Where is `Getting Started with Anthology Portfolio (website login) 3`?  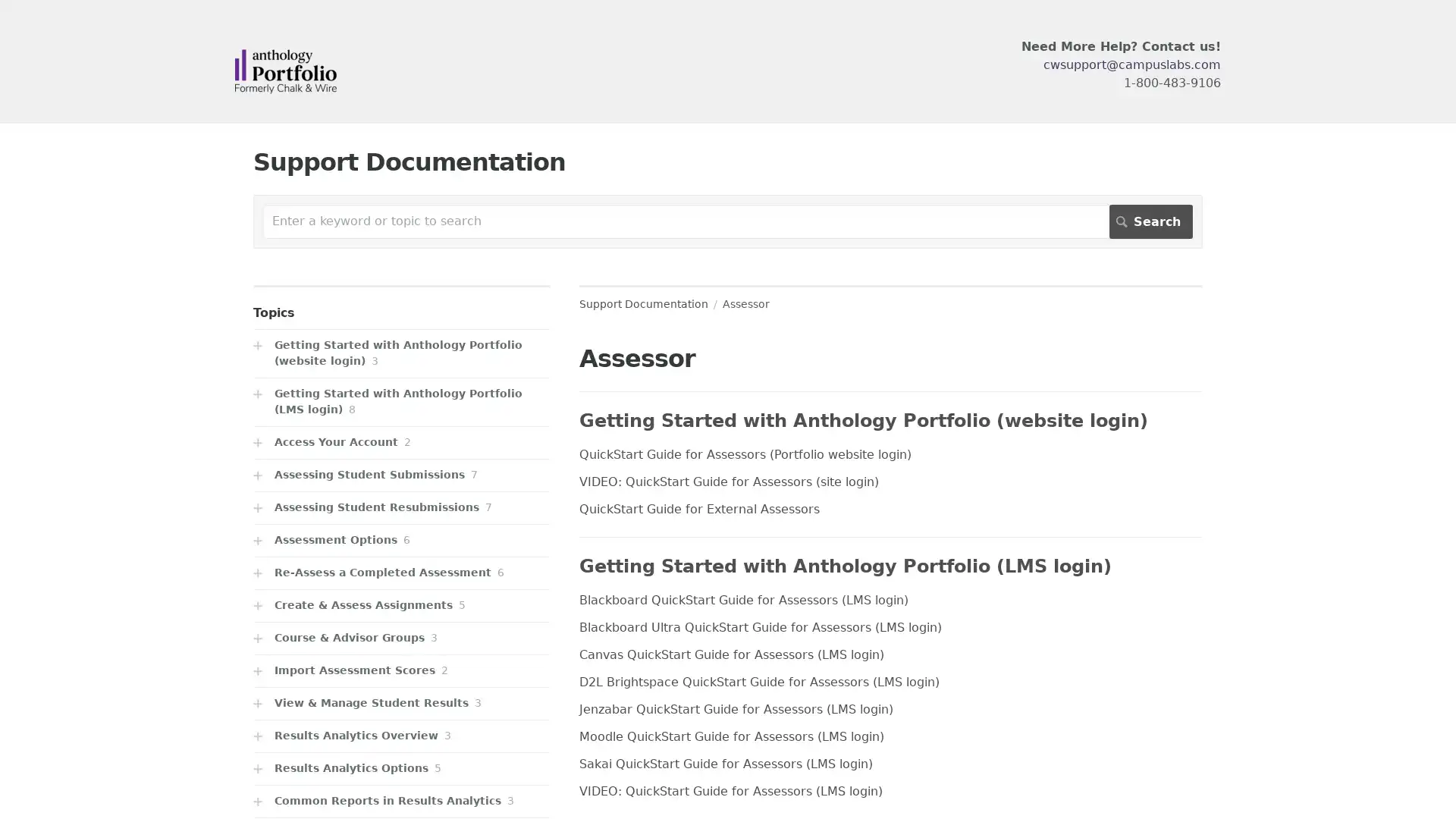 Getting Started with Anthology Portfolio (website login) 3 is located at coordinates (401, 353).